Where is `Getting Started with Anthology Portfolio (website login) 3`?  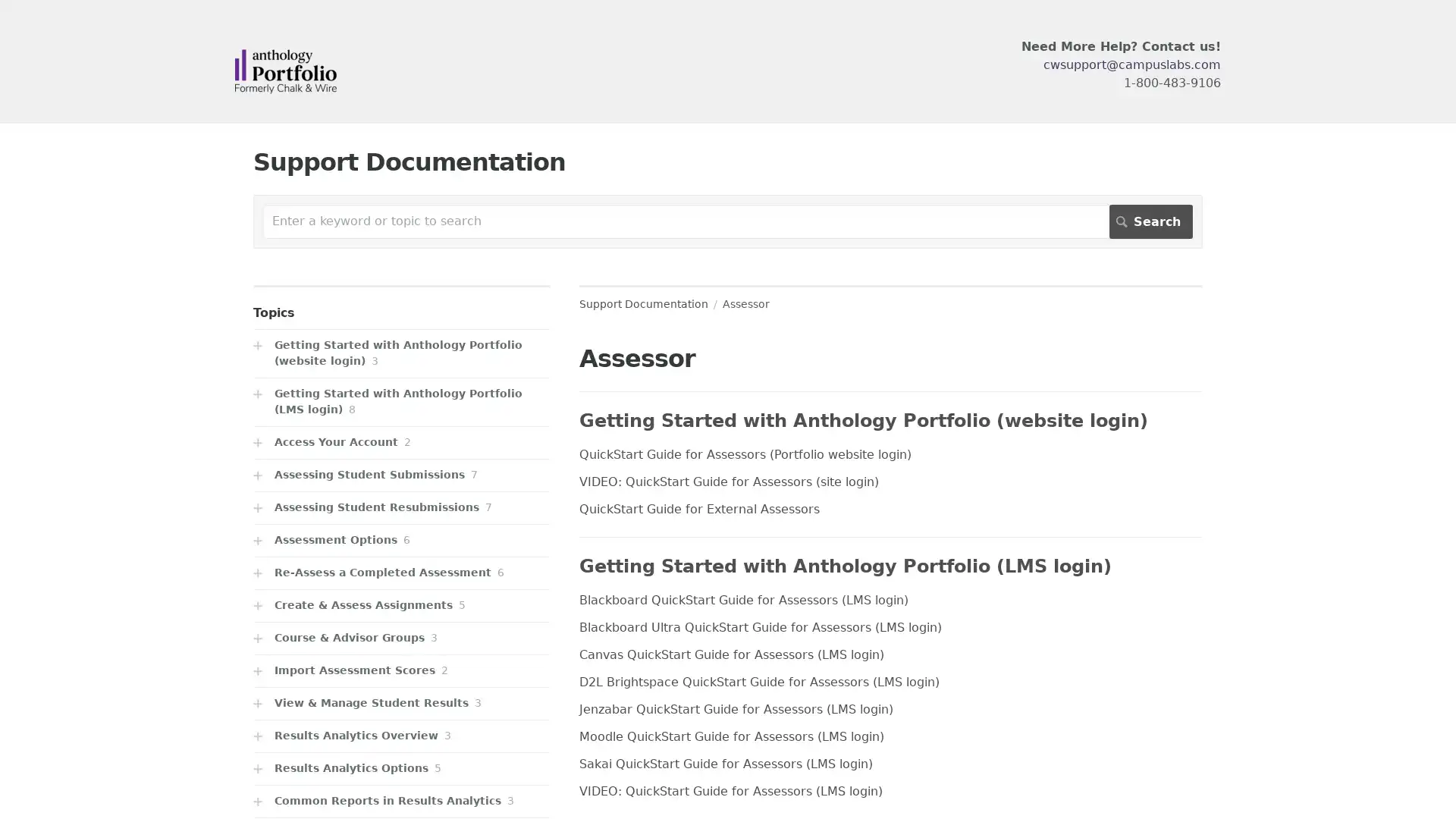 Getting Started with Anthology Portfolio (website login) 3 is located at coordinates (401, 353).